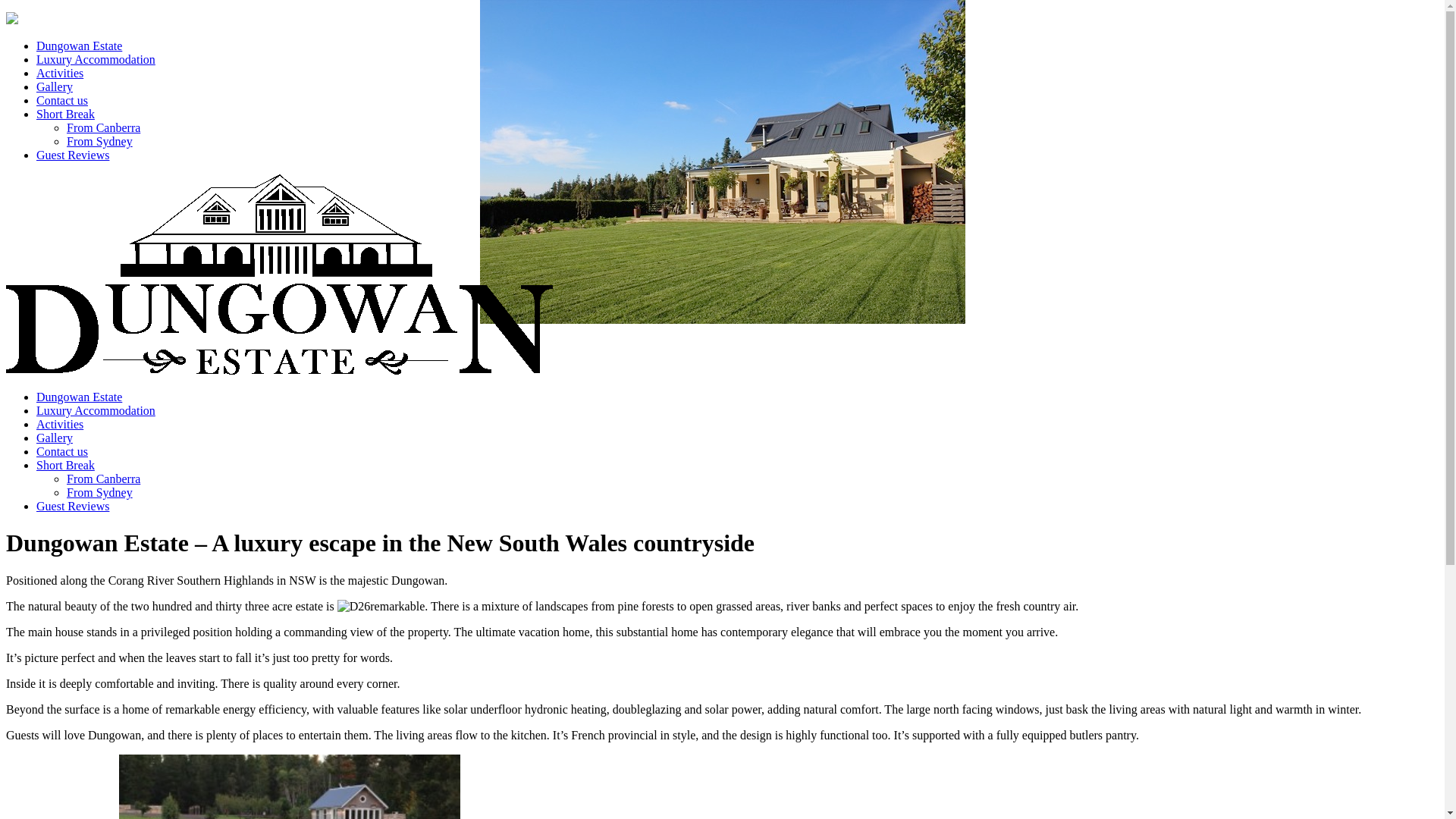 The height and width of the screenshot is (819, 1456). Describe the element at coordinates (36, 113) in the screenshot. I see `'Short Break'` at that location.